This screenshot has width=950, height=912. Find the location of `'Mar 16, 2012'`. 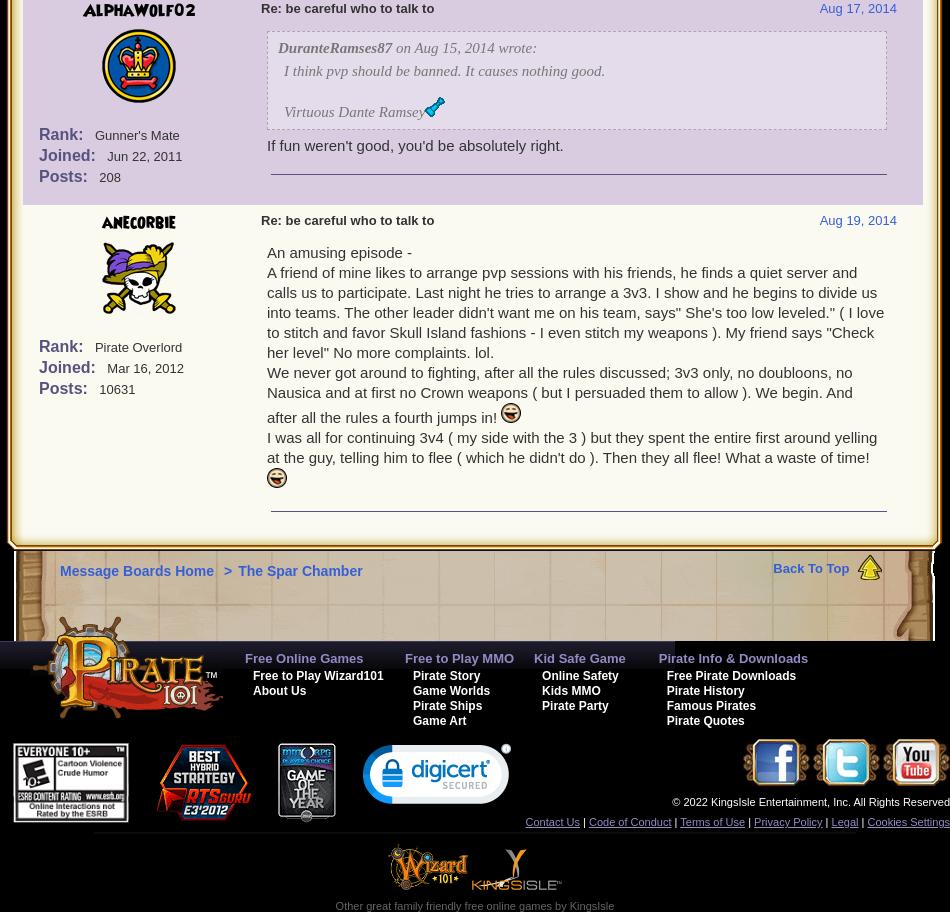

'Mar 16, 2012' is located at coordinates (144, 367).